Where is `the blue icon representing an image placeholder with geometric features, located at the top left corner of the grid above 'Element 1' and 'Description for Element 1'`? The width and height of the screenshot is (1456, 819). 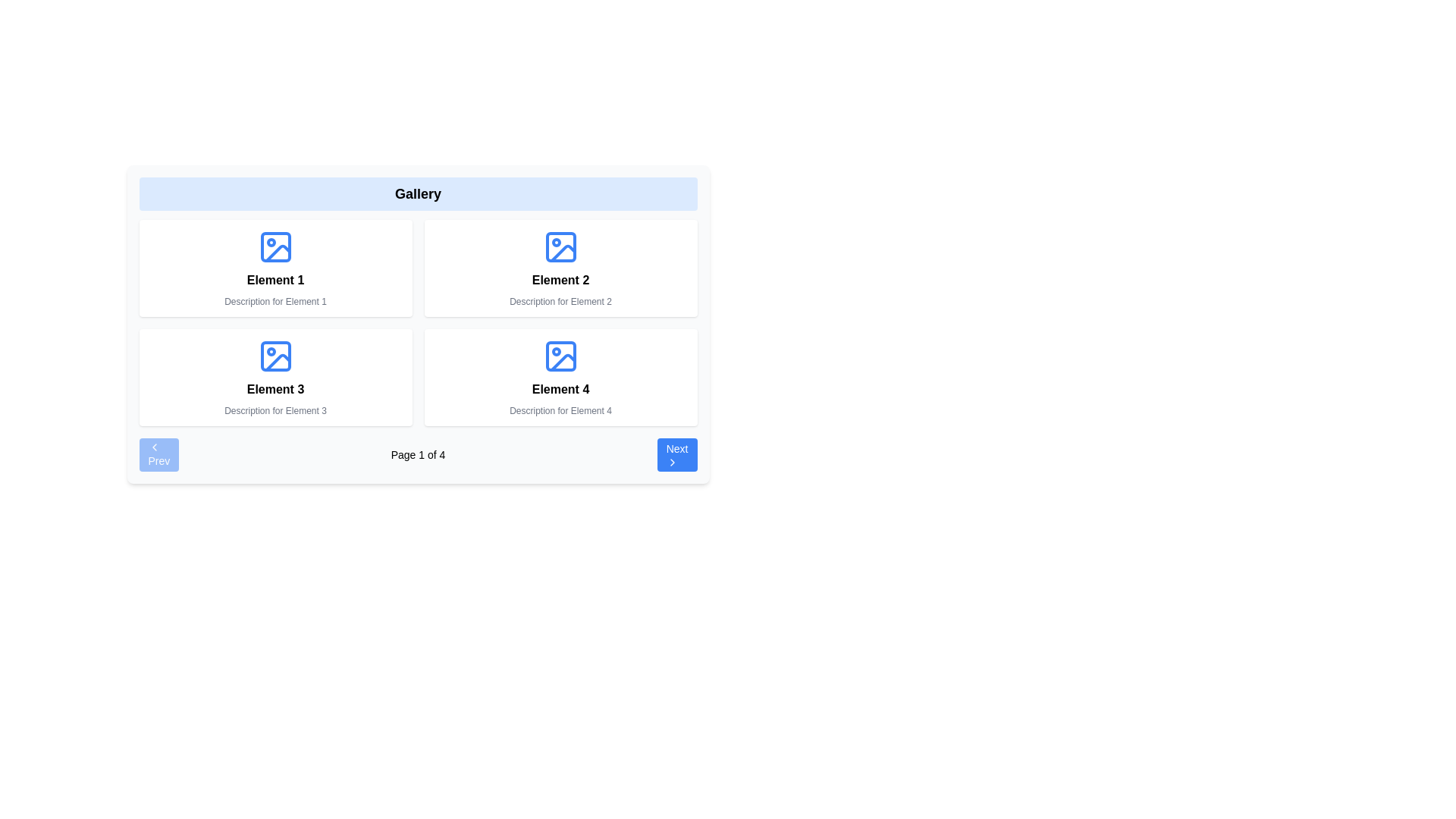 the blue icon representing an image placeholder with geometric features, located at the top left corner of the grid above 'Element 1' and 'Description for Element 1' is located at coordinates (275, 246).